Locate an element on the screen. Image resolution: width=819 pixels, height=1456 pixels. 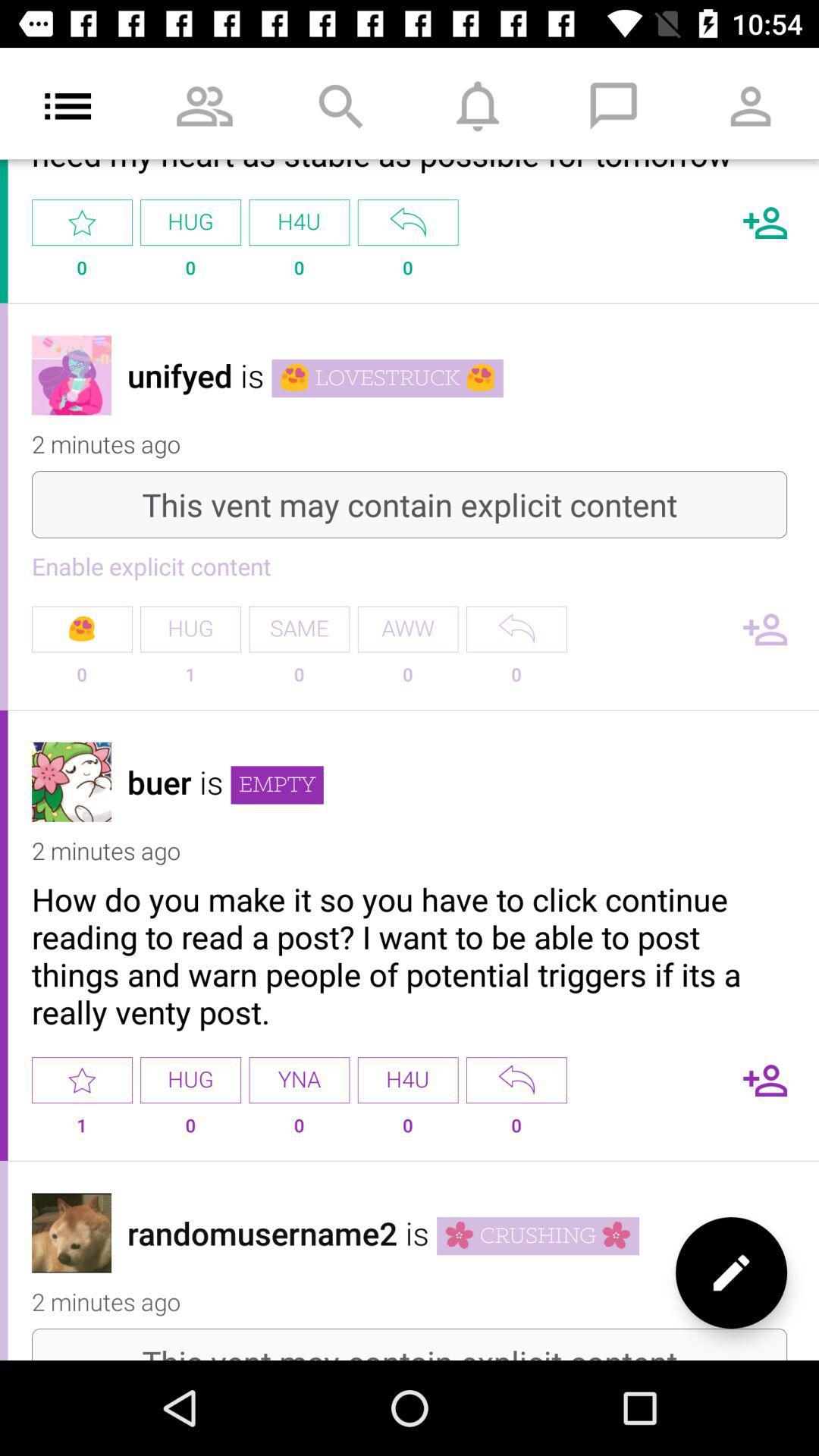
h4u option in the third comment is located at coordinates (407, 1079).